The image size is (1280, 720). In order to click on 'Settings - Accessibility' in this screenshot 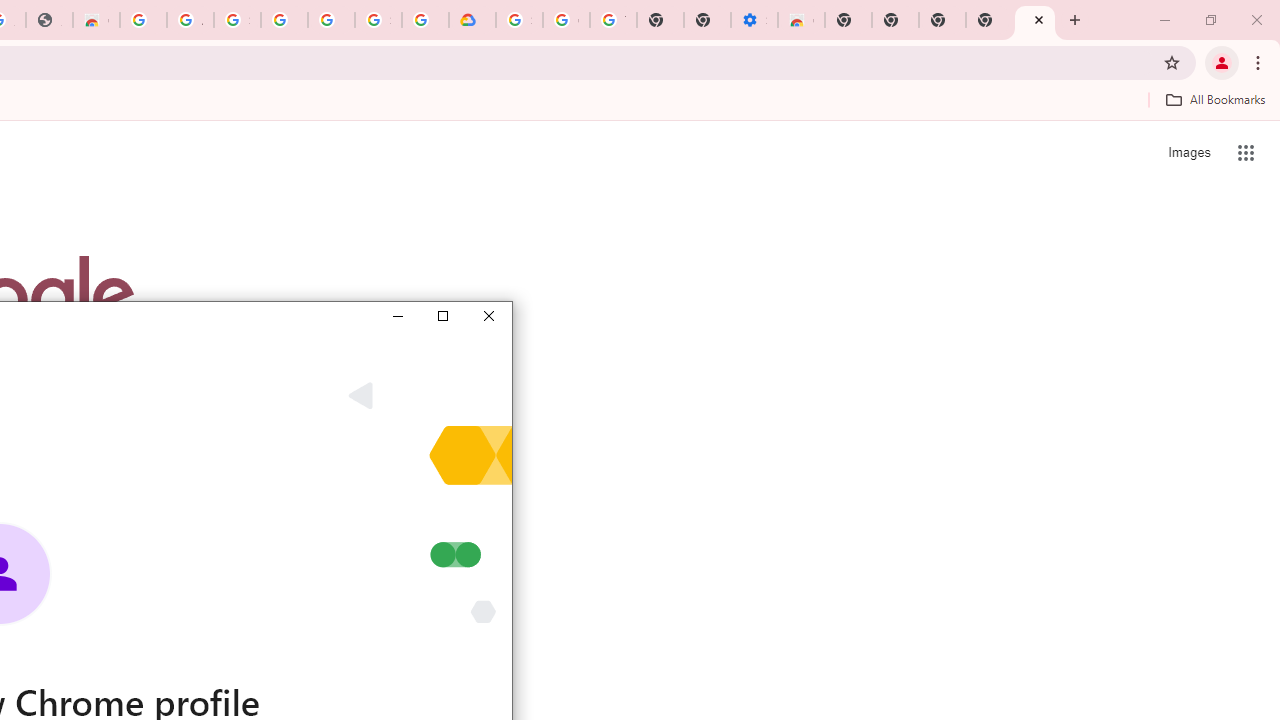, I will do `click(753, 20)`.